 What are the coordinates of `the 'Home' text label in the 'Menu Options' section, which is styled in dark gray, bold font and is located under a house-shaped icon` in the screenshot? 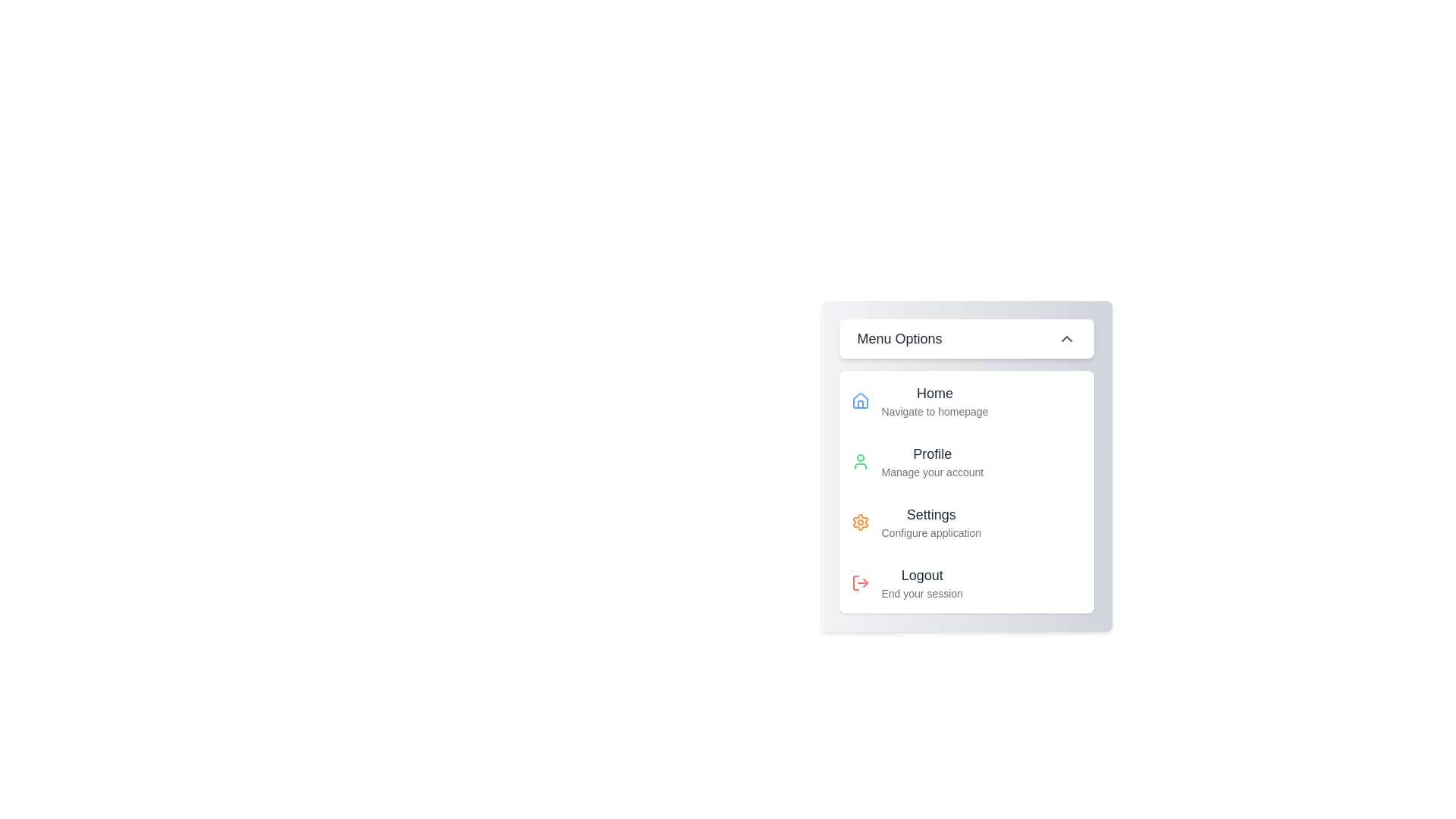 It's located at (934, 393).